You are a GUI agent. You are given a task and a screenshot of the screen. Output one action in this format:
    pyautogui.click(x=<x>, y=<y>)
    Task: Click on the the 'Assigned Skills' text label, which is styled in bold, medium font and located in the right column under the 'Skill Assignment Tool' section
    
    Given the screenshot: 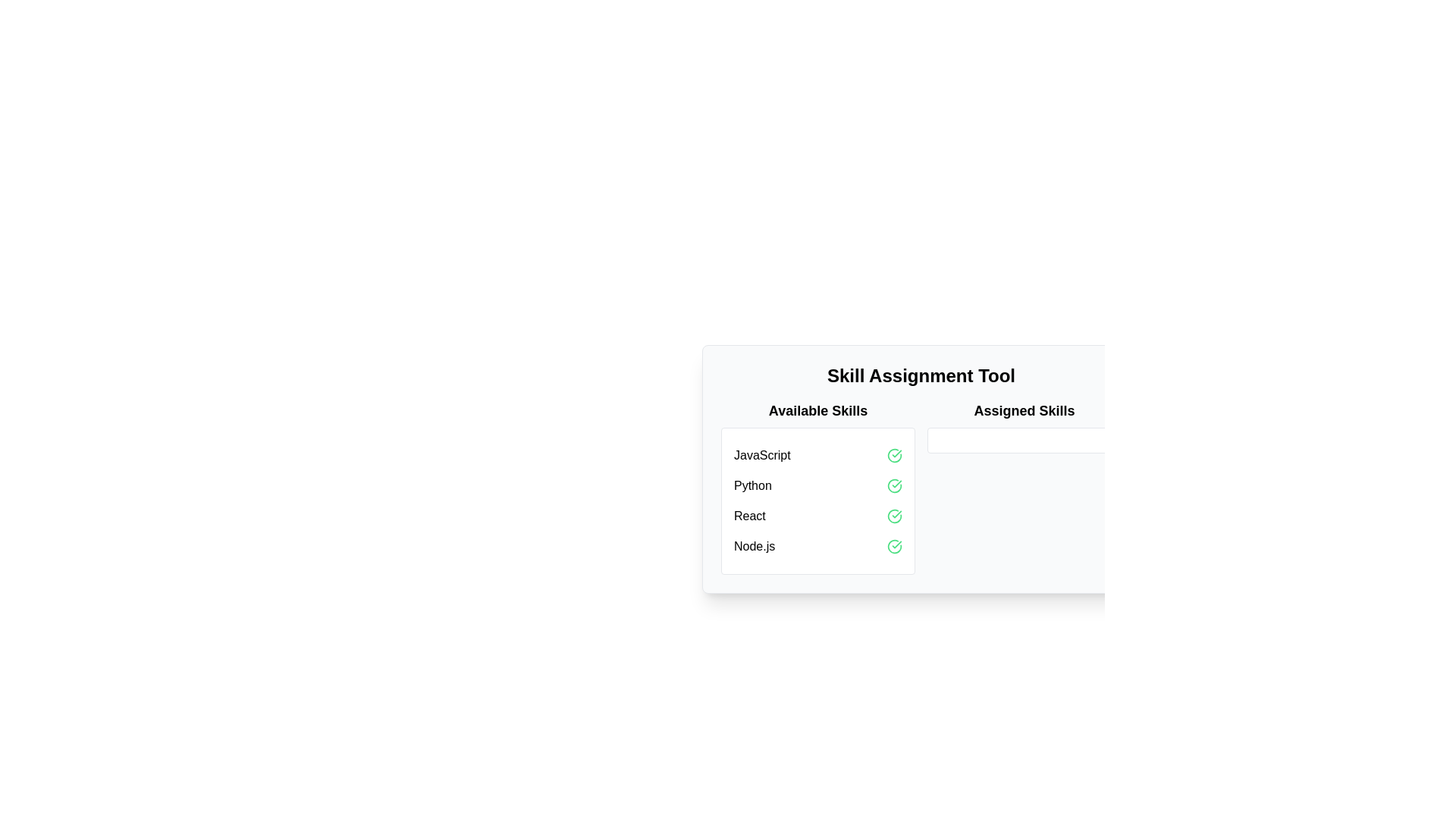 What is the action you would take?
    pyautogui.click(x=1024, y=411)
    